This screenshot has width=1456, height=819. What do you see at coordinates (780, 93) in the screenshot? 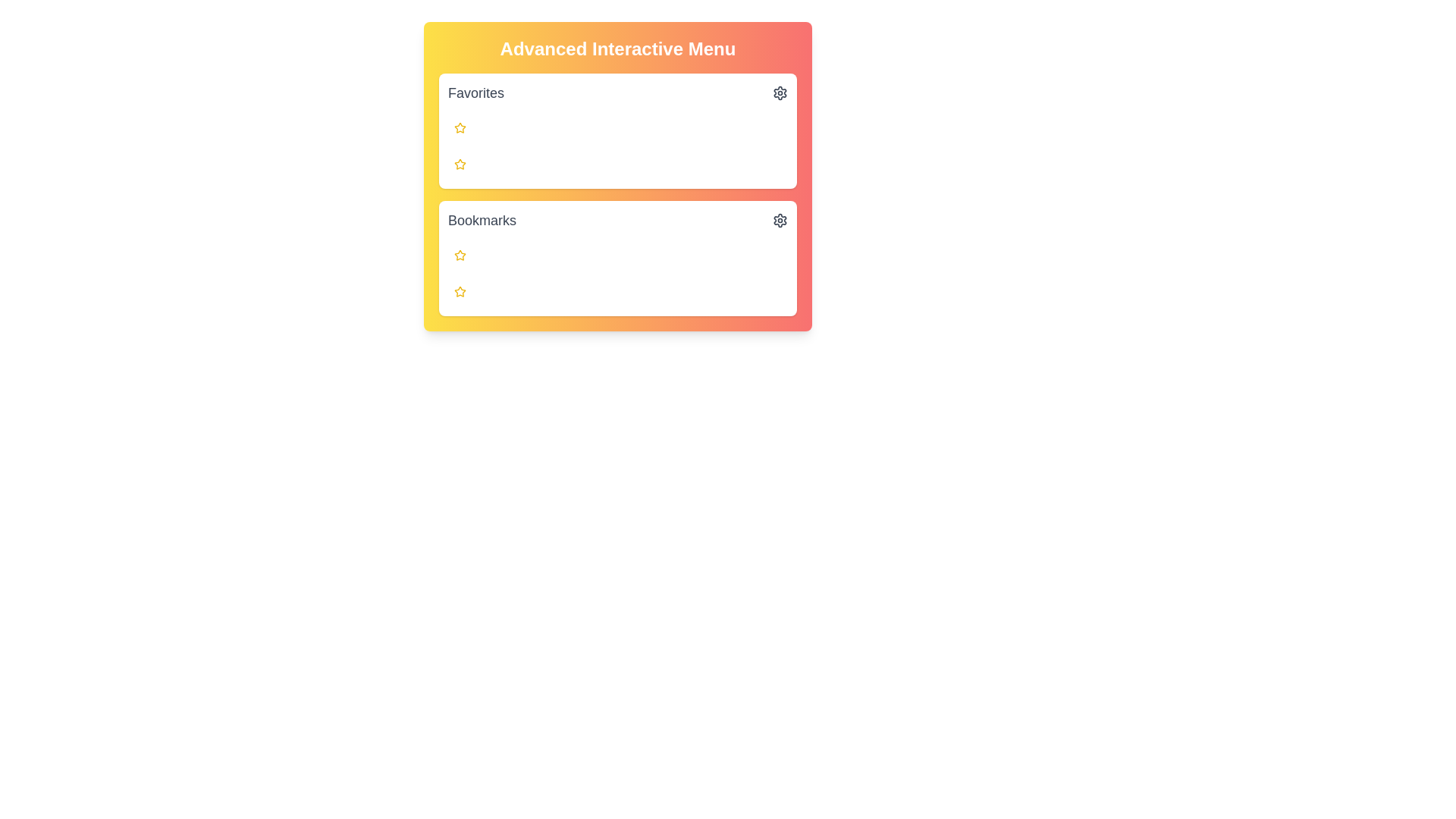
I see `the settings icon in the Favorites section` at bounding box center [780, 93].